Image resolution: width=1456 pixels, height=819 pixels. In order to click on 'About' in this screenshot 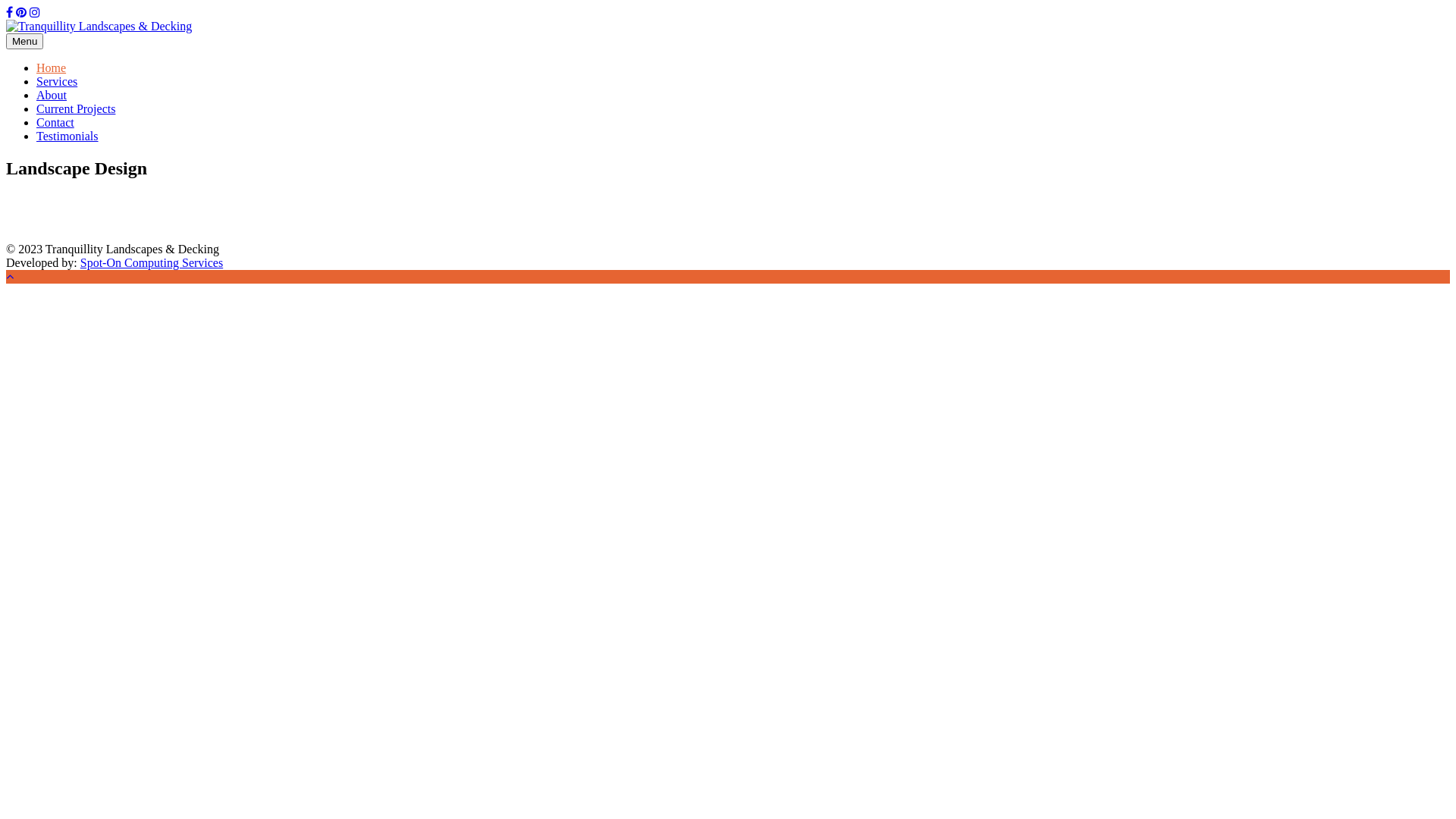, I will do `click(36, 95)`.